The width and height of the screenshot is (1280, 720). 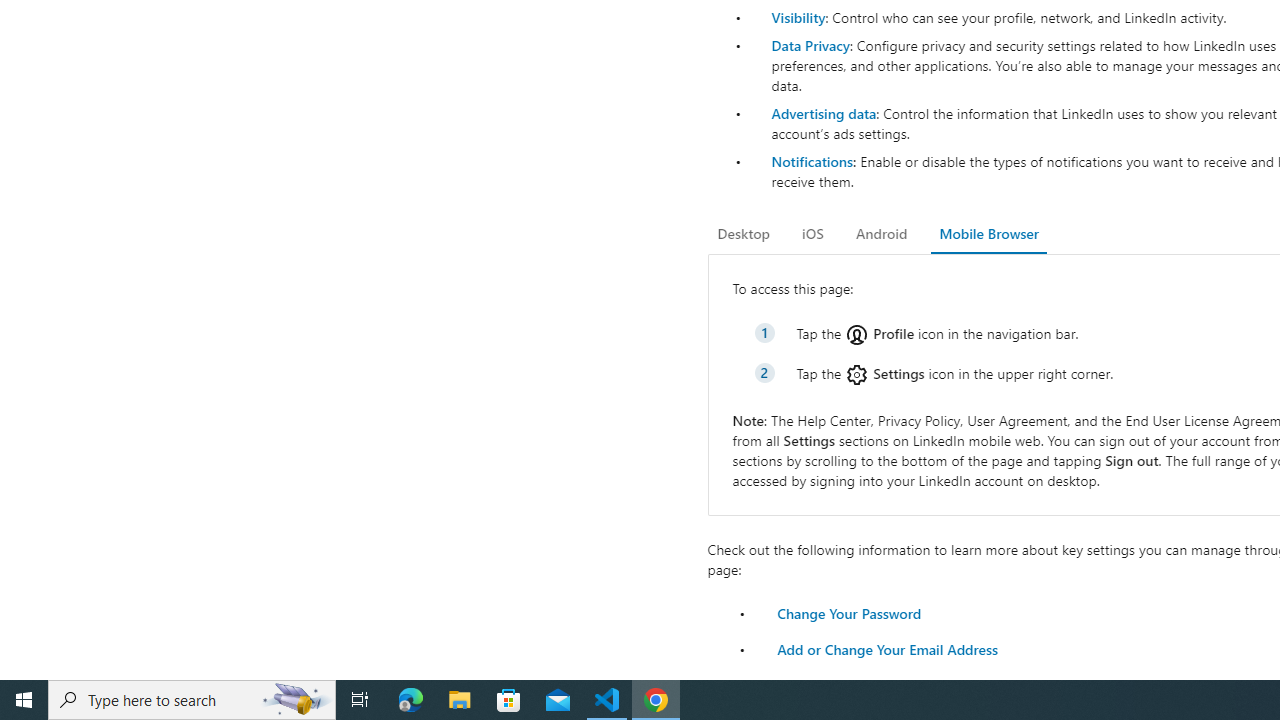 I want to click on 'Data Privacy', so click(x=810, y=45).